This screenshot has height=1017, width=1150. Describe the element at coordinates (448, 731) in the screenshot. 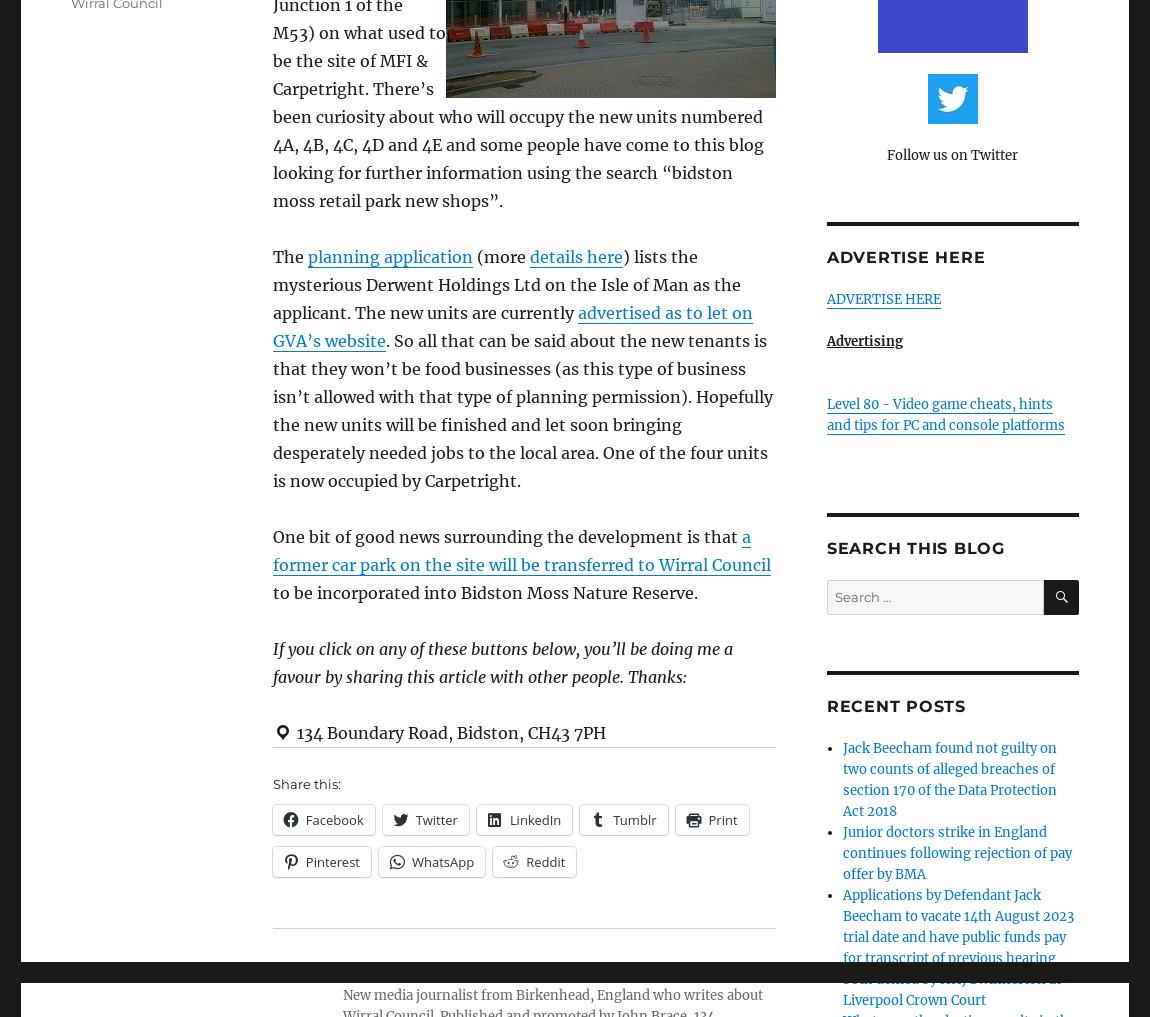

I see `'134 Boundary Road, Bidston, CH43 7PH'` at that location.